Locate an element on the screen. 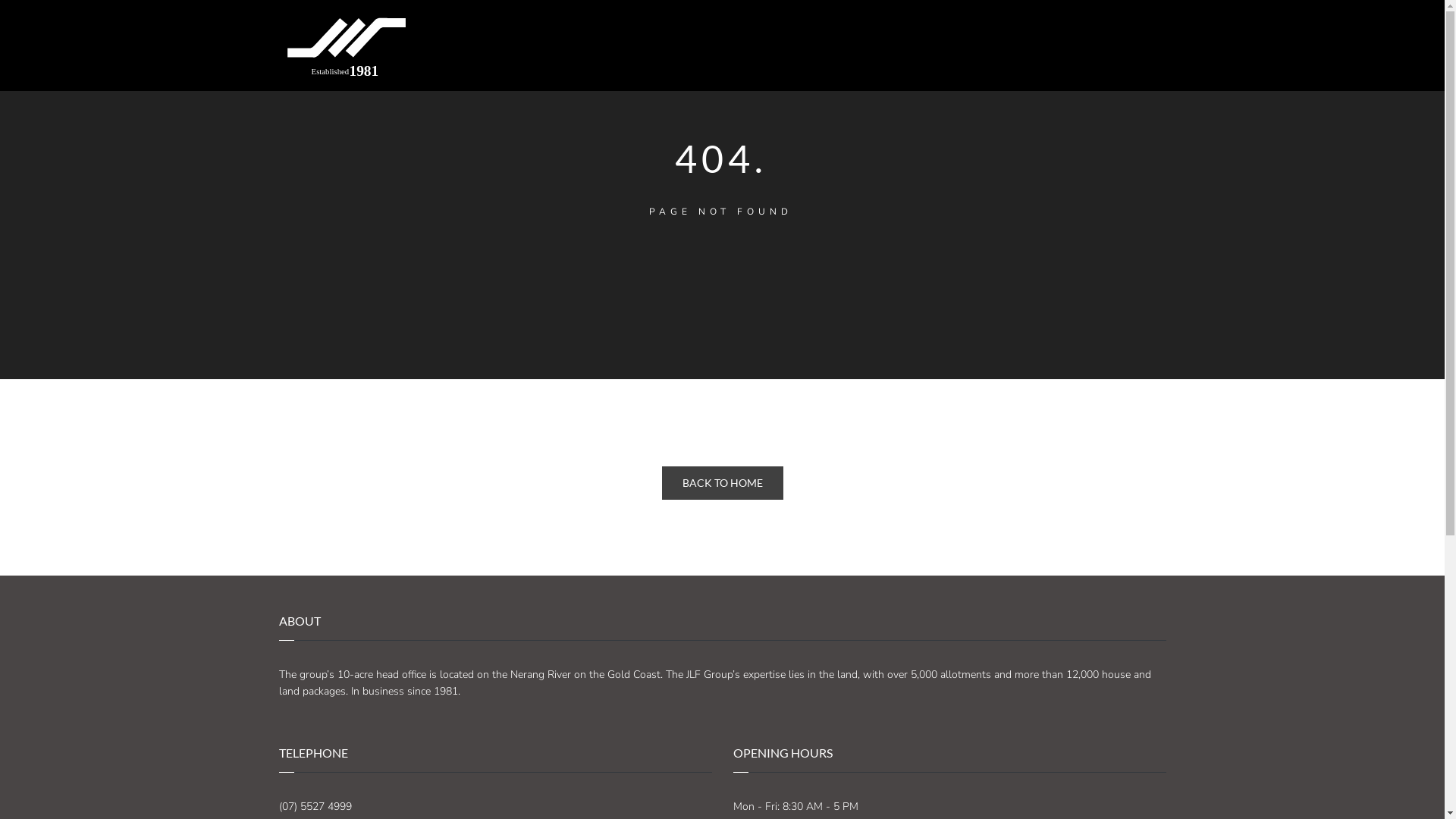  '(07) 5527 4999' is located at coordinates (315, 806).